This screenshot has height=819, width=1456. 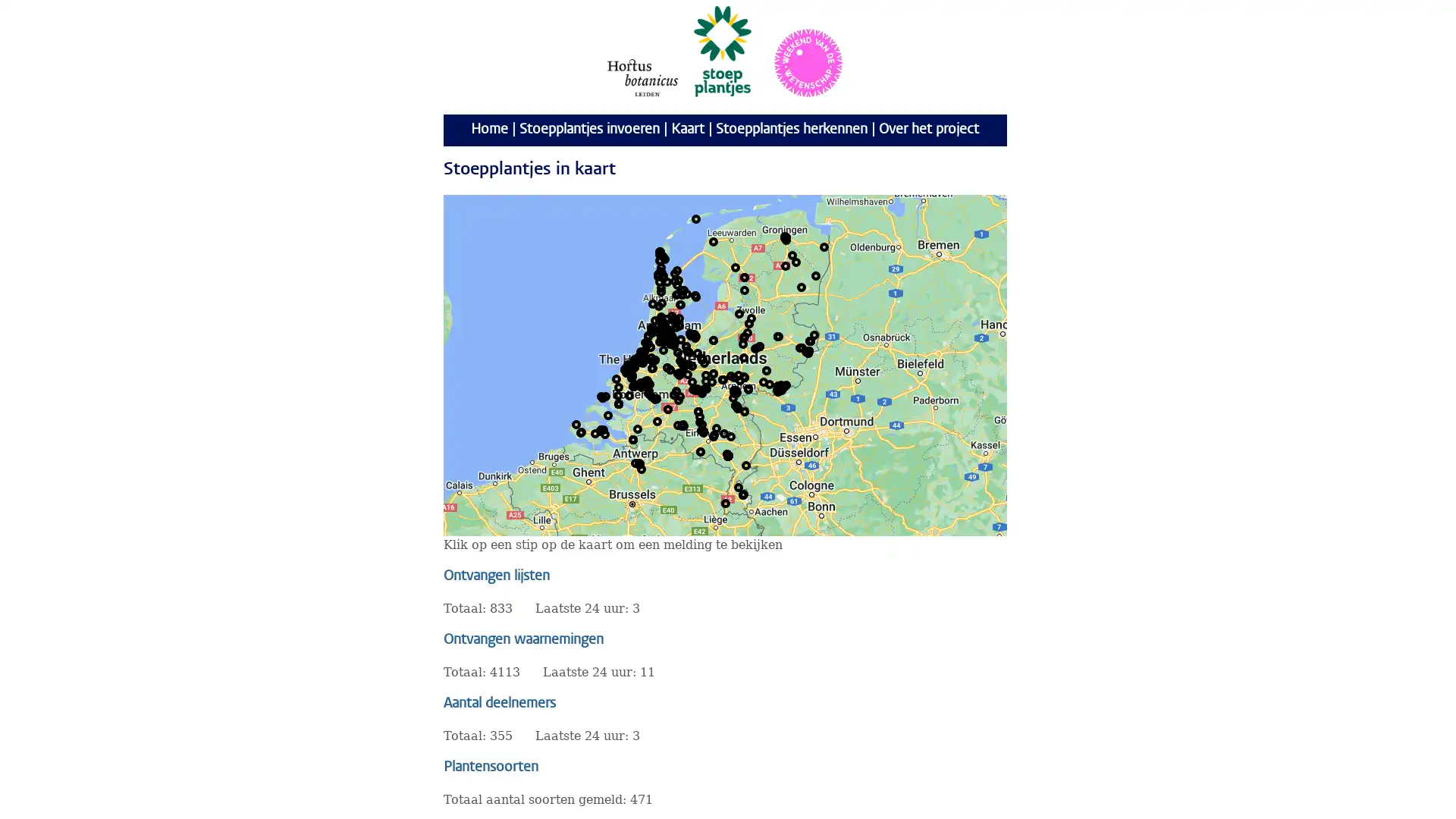 What do you see at coordinates (679, 304) in the screenshot?
I see `Telling van hester bastian op 06 februari 2022` at bounding box center [679, 304].